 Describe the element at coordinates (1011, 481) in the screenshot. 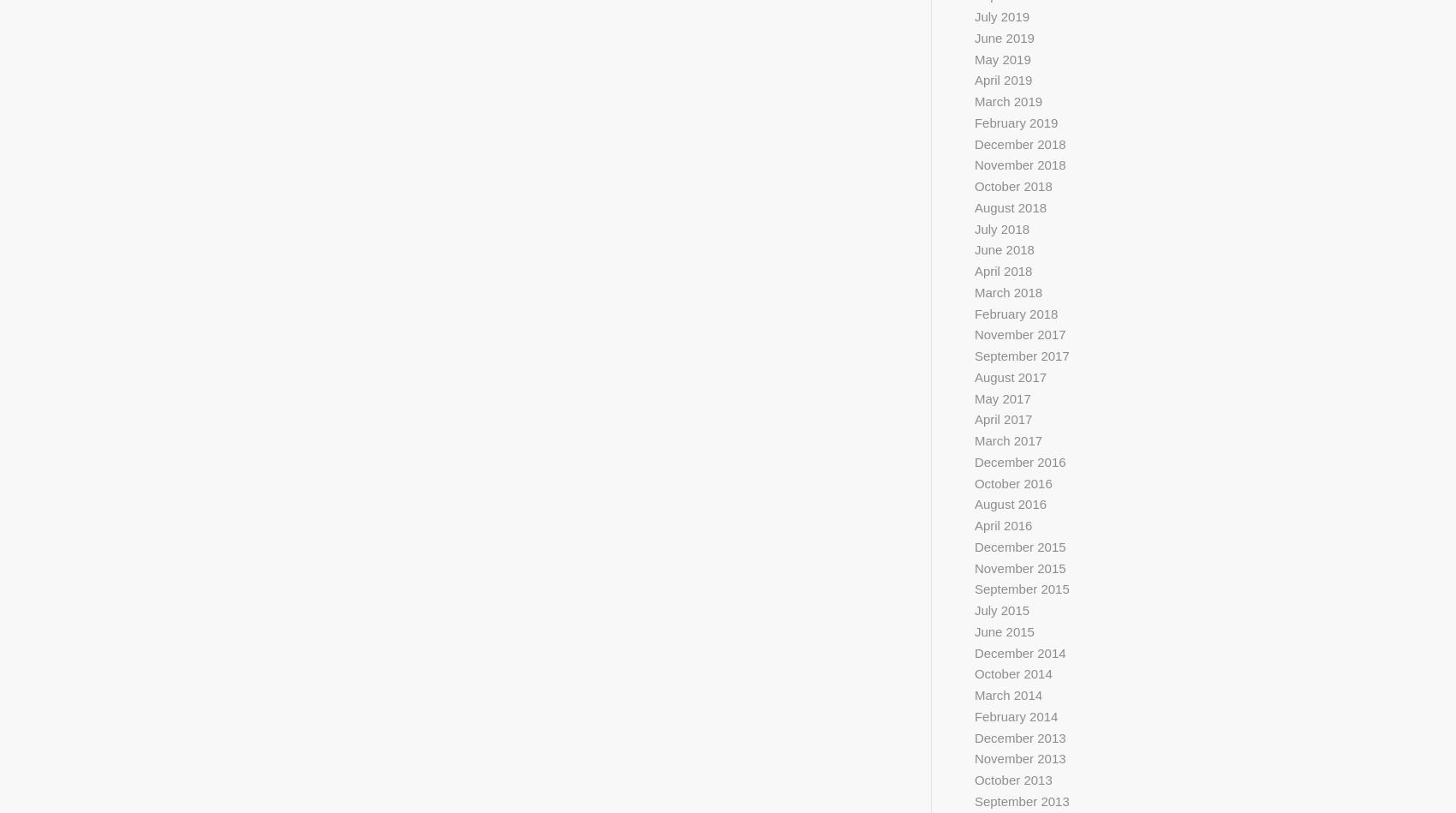

I see `'October 2016'` at that location.